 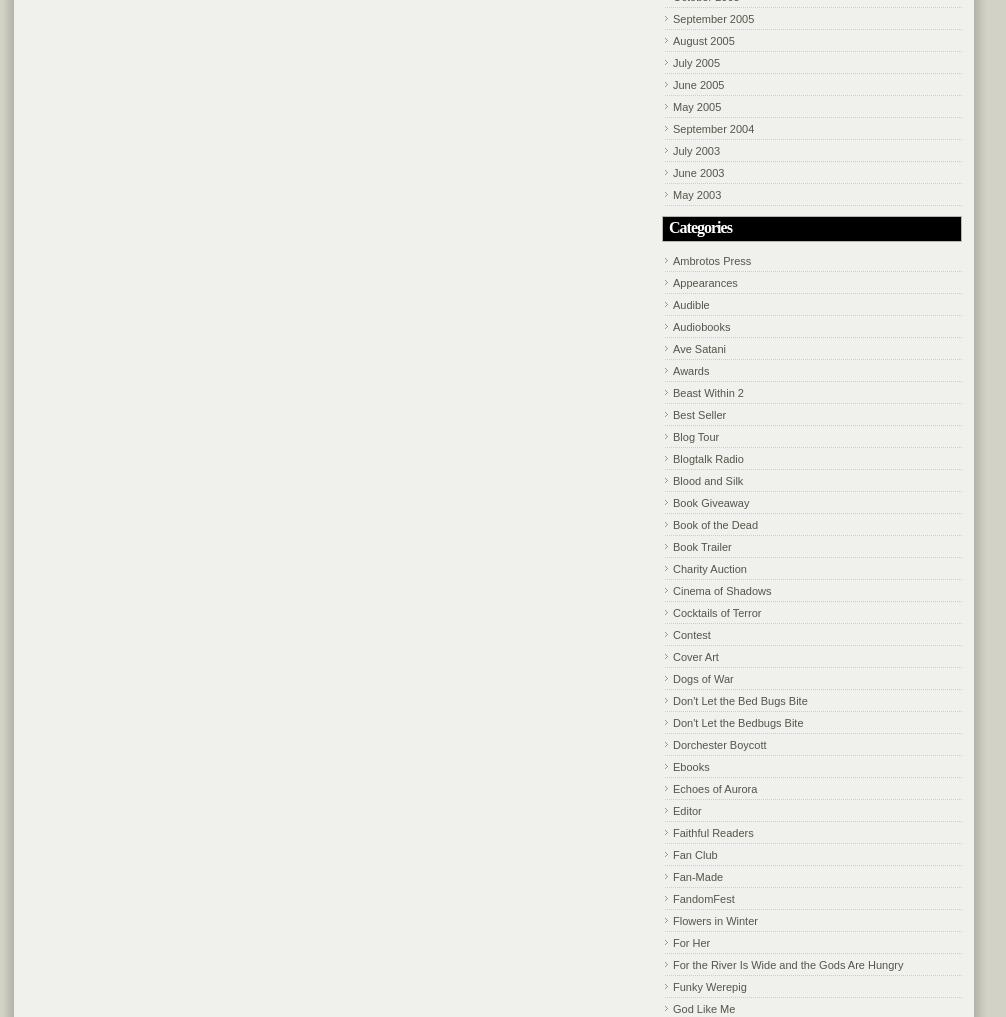 What do you see at coordinates (740, 699) in the screenshot?
I see `'Don't Let the Bed Bugs Bite'` at bounding box center [740, 699].